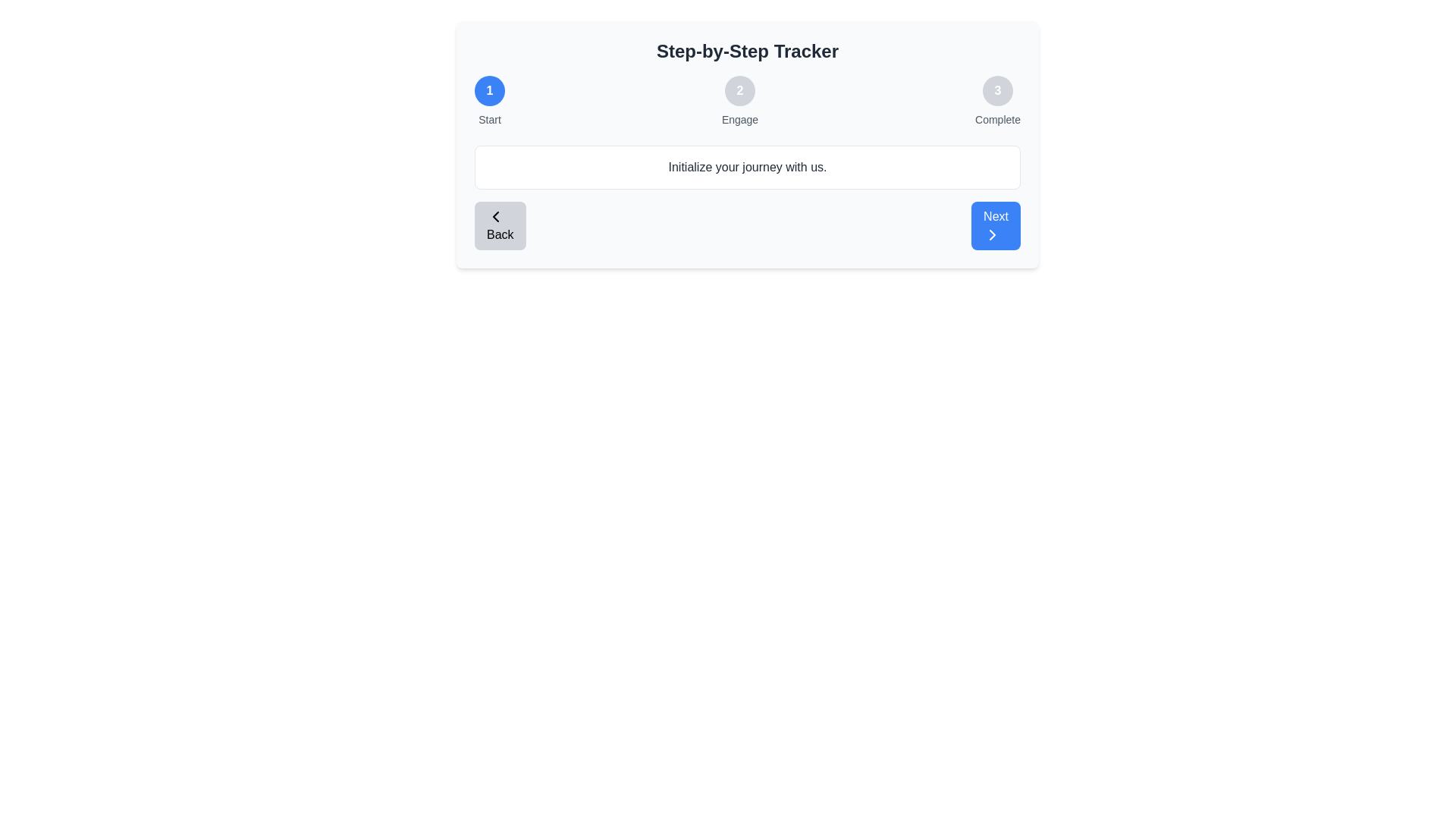 The image size is (1456, 819). Describe the element at coordinates (495, 216) in the screenshot. I see `the leftward-pointing chevron icon within the 'Back' button located on the left side of the interface's bottom section` at that location.